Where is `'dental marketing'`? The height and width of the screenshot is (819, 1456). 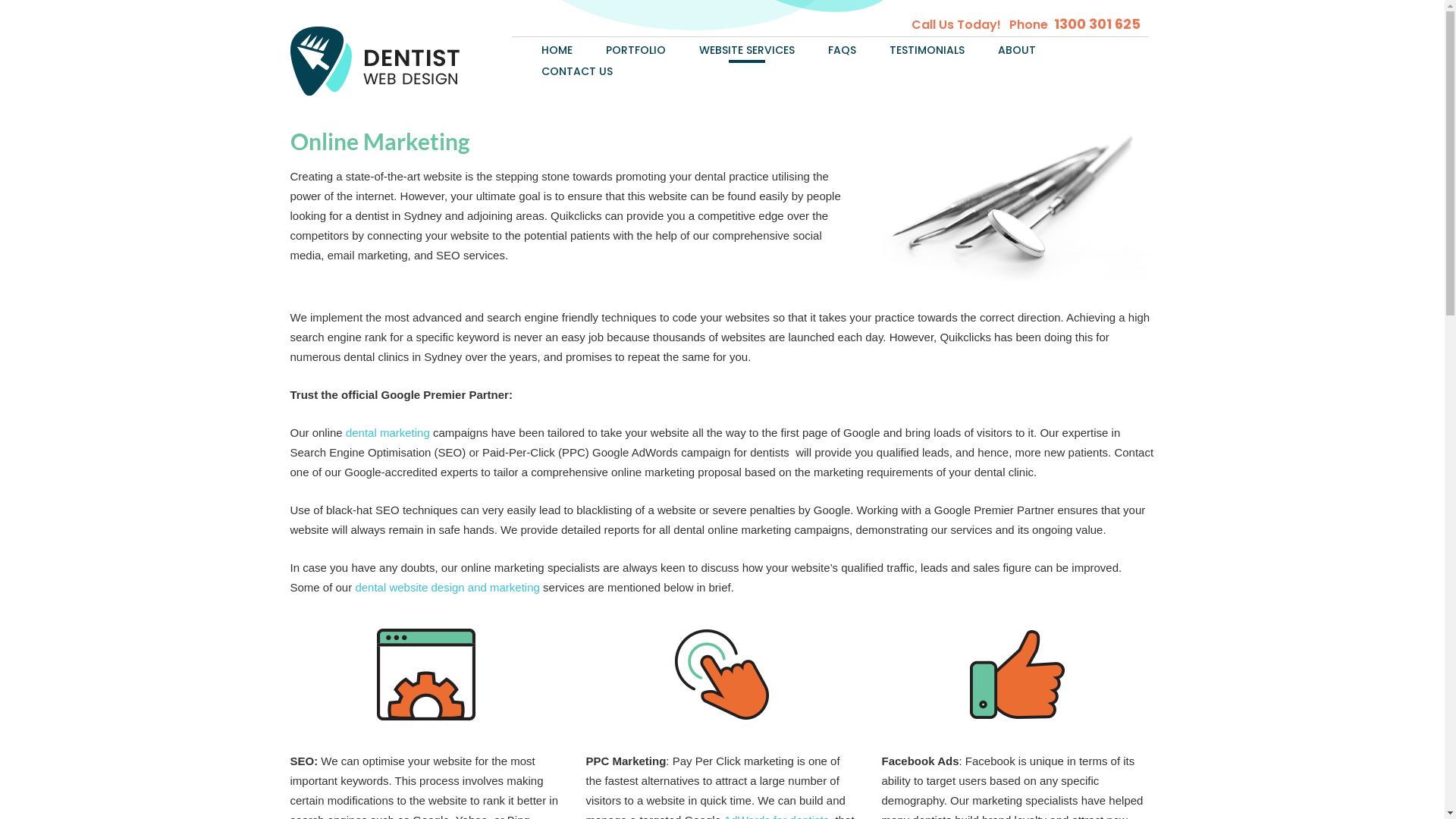
'dental marketing' is located at coordinates (345, 432).